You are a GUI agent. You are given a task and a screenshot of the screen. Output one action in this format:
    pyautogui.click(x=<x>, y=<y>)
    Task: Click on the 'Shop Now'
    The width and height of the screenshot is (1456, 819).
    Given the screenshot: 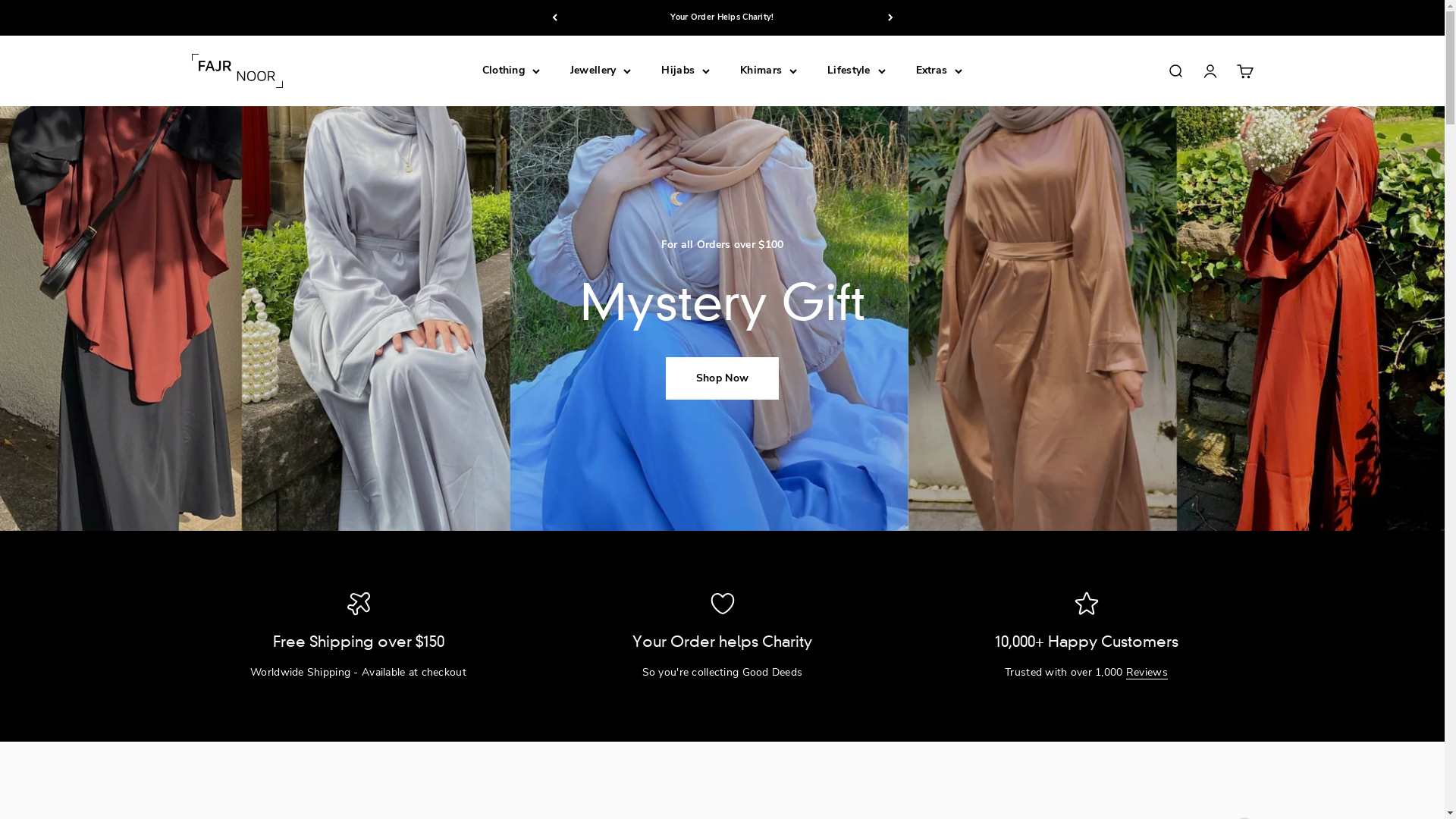 What is the action you would take?
    pyautogui.click(x=666, y=377)
    